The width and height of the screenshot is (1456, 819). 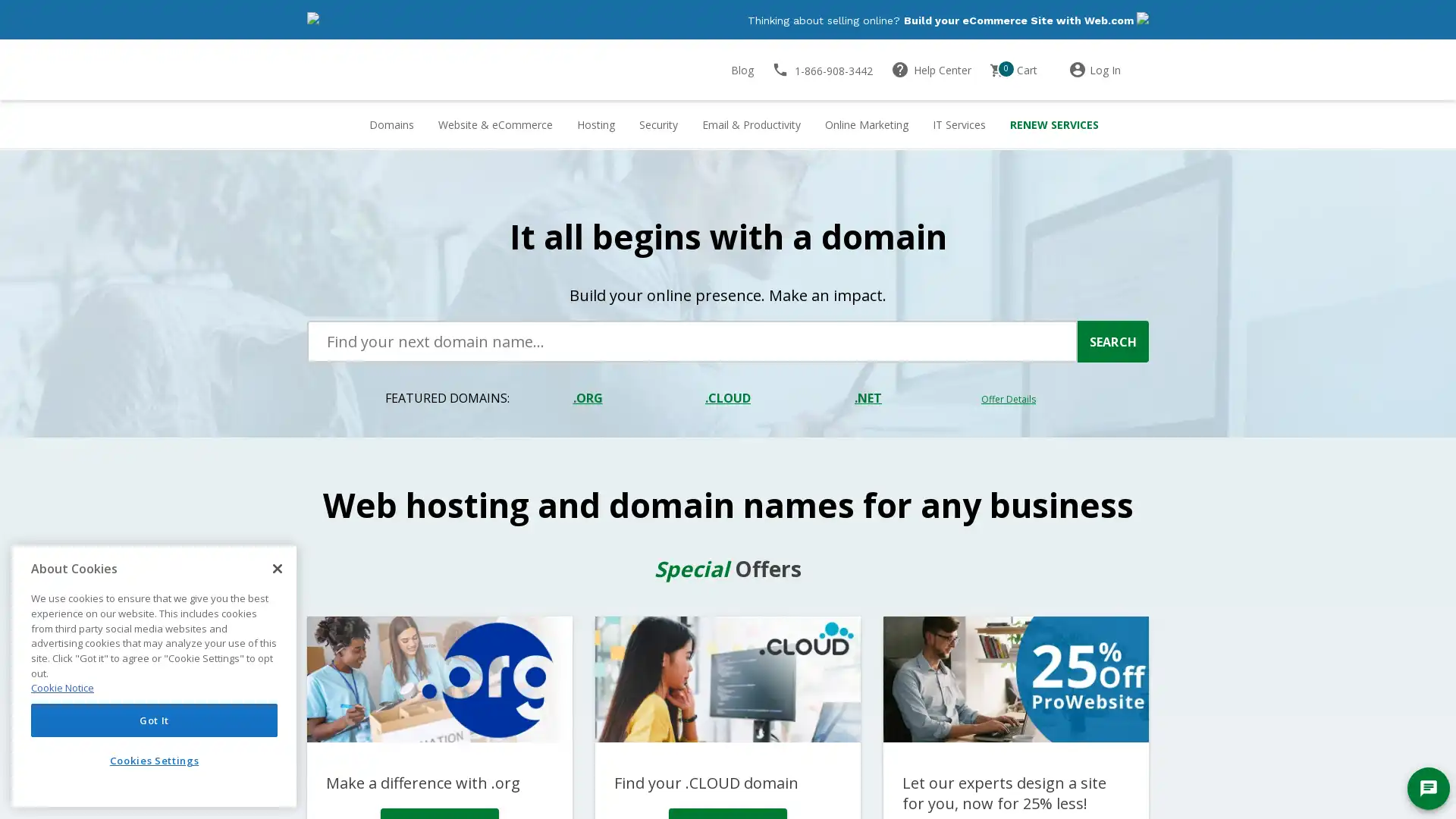 What do you see at coordinates (277, 568) in the screenshot?
I see `Close` at bounding box center [277, 568].